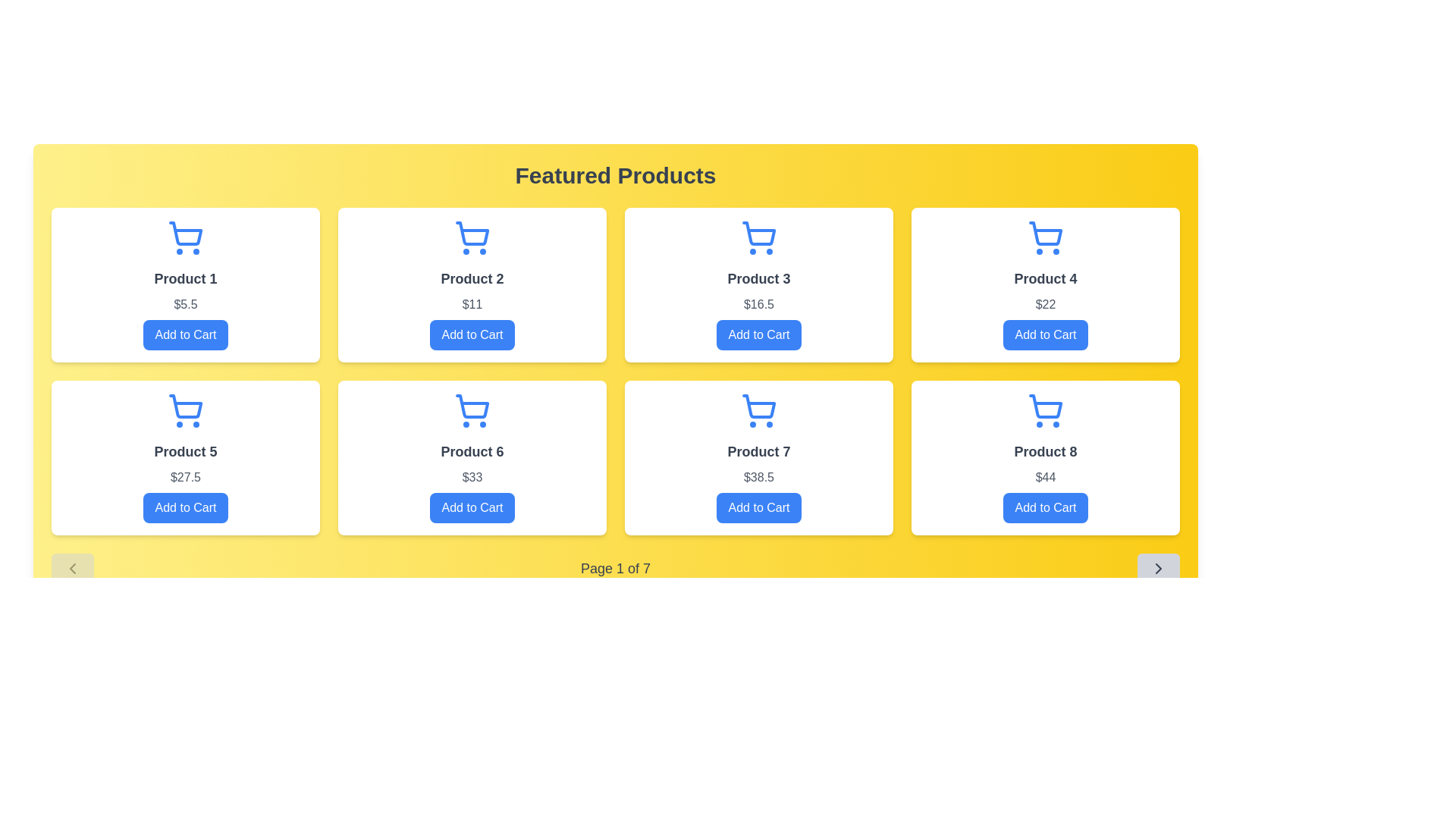 Image resolution: width=1456 pixels, height=819 pixels. Describe the element at coordinates (759, 278) in the screenshot. I see `the 'Product 3' text label, which is bold and centered within a structured card layout, located below the shopping cart icon and above the price text and 'Add to Cart' button` at that location.